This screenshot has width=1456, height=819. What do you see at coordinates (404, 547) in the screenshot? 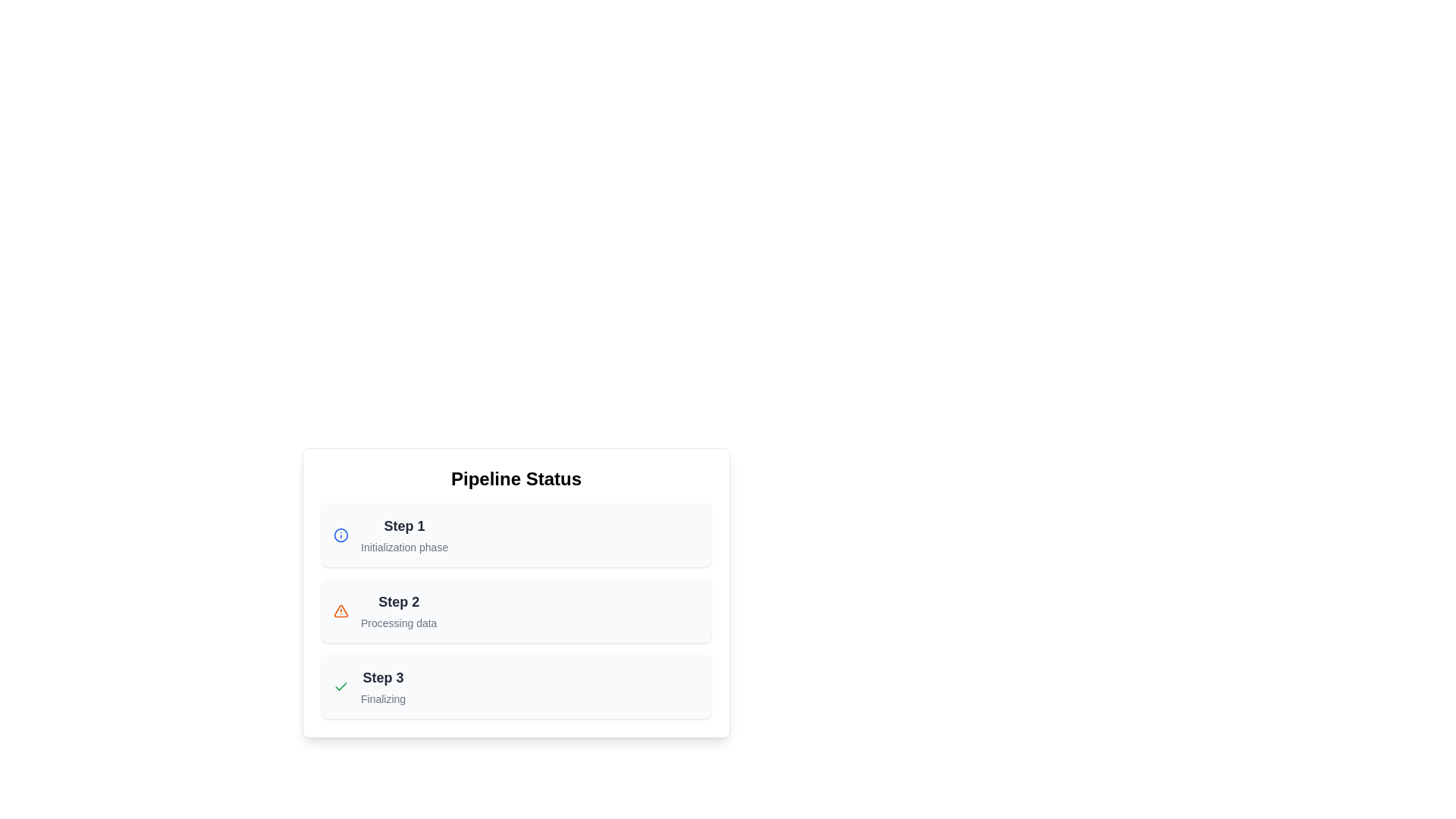
I see `the text label displaying 'Initialization phase', which is located below the bold title 'Step 1' in a gray, muted tone` at bounding box center [404, 547].